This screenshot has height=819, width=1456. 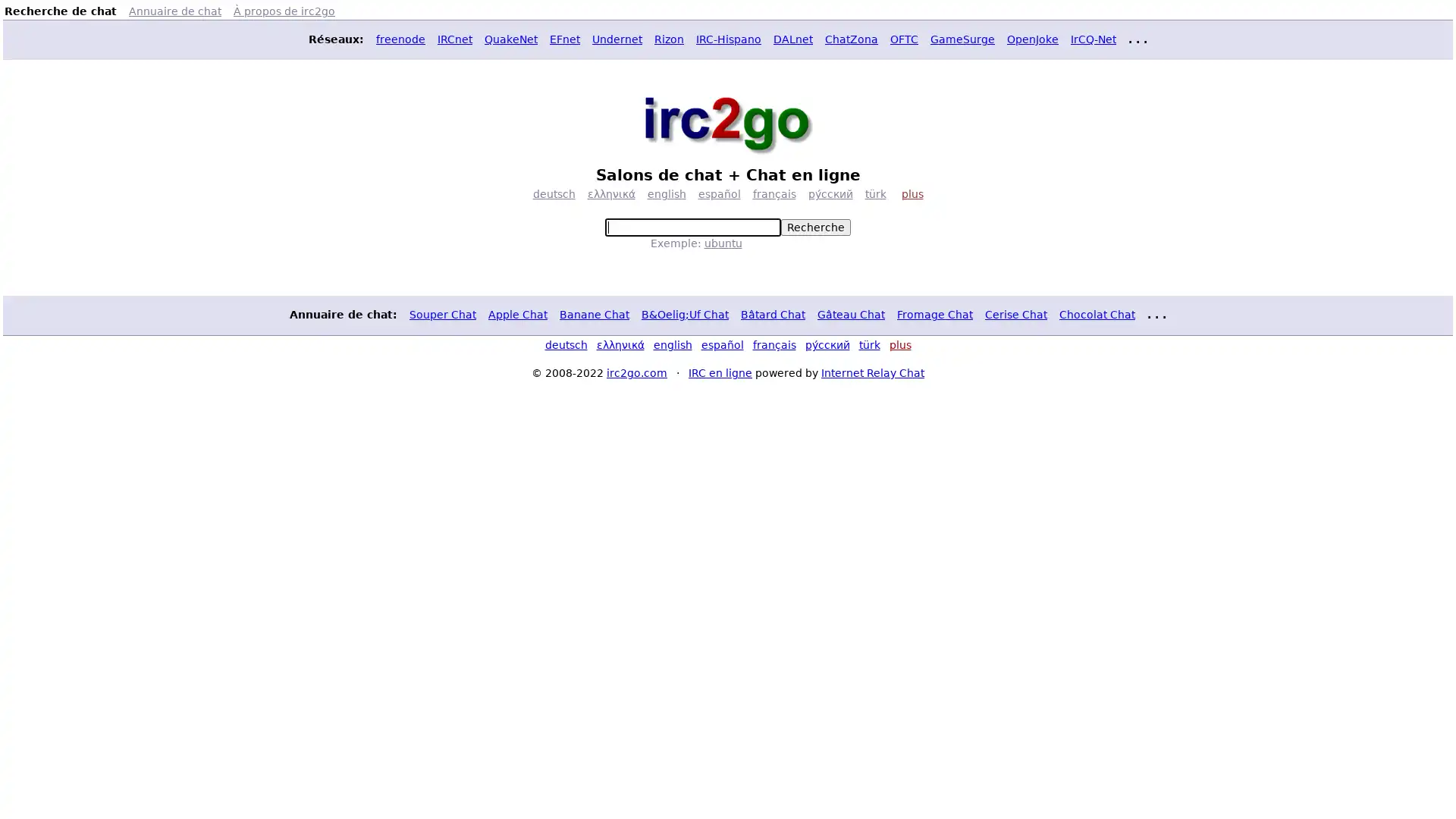 What do you see at coordinates (814, 227) in the screenshot?
I see `Recherche` at bounding box center [814, 227].